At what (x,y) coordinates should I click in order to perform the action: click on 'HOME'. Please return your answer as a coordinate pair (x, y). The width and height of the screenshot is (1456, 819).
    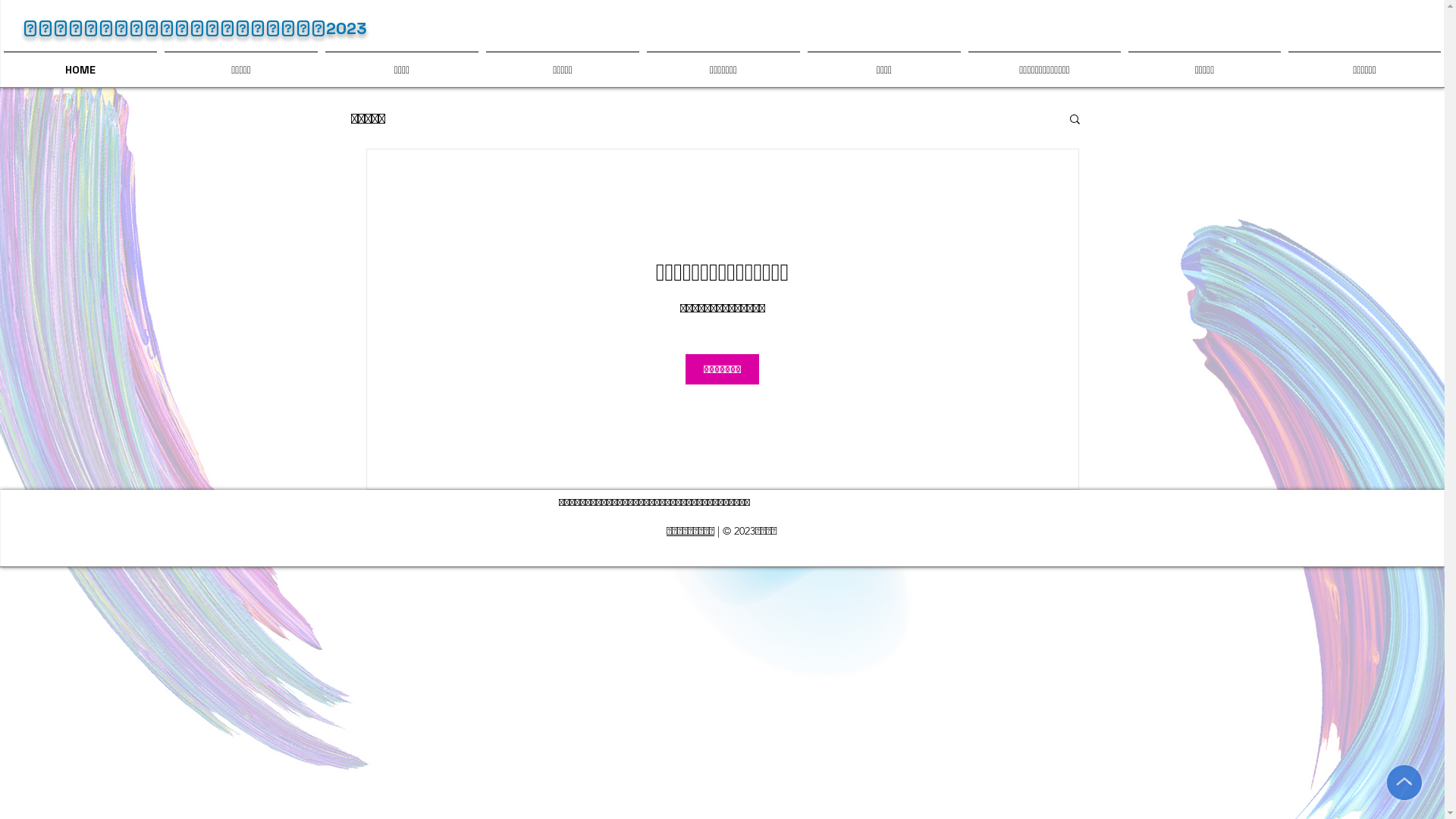
    Looking at the image, I should click on (79, 62).